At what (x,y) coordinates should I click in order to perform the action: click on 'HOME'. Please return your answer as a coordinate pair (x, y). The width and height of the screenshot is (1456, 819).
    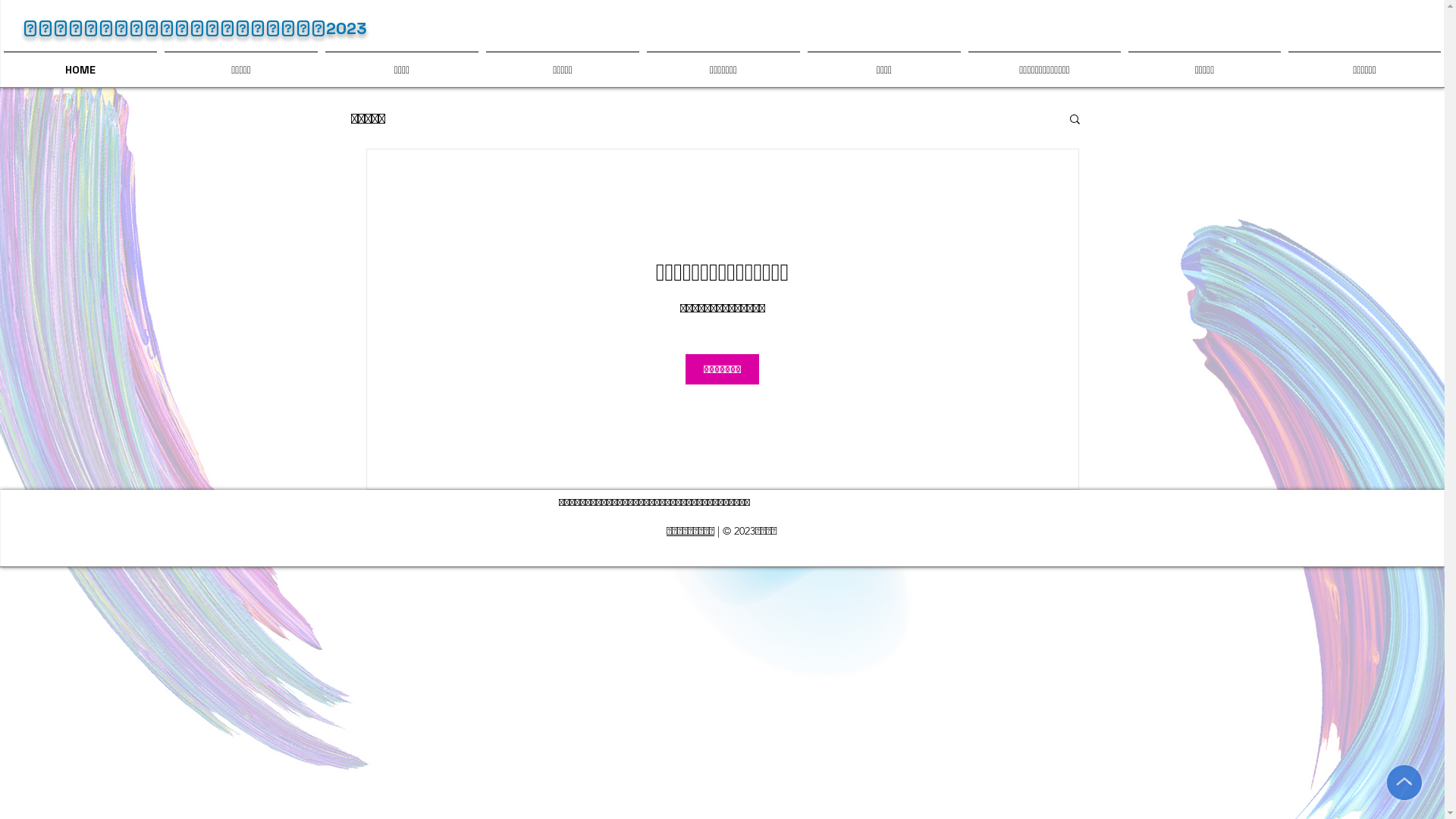
    Looking at the image, I should click on (79, 62).